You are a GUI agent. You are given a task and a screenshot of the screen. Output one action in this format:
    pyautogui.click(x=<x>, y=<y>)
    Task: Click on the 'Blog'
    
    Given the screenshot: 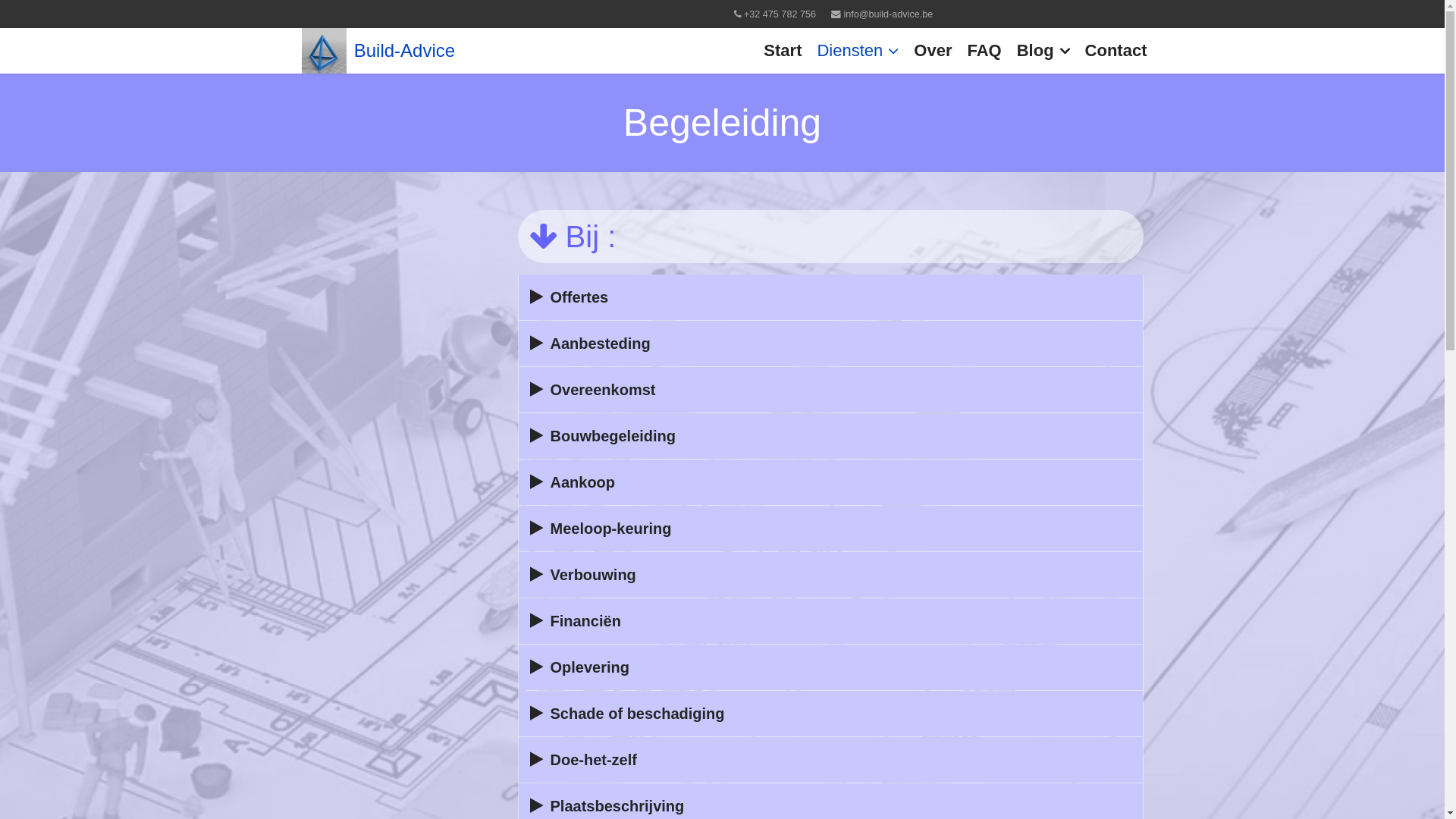 What is the action you would take?
    pyautogui.click(x=1043, y=49)
    